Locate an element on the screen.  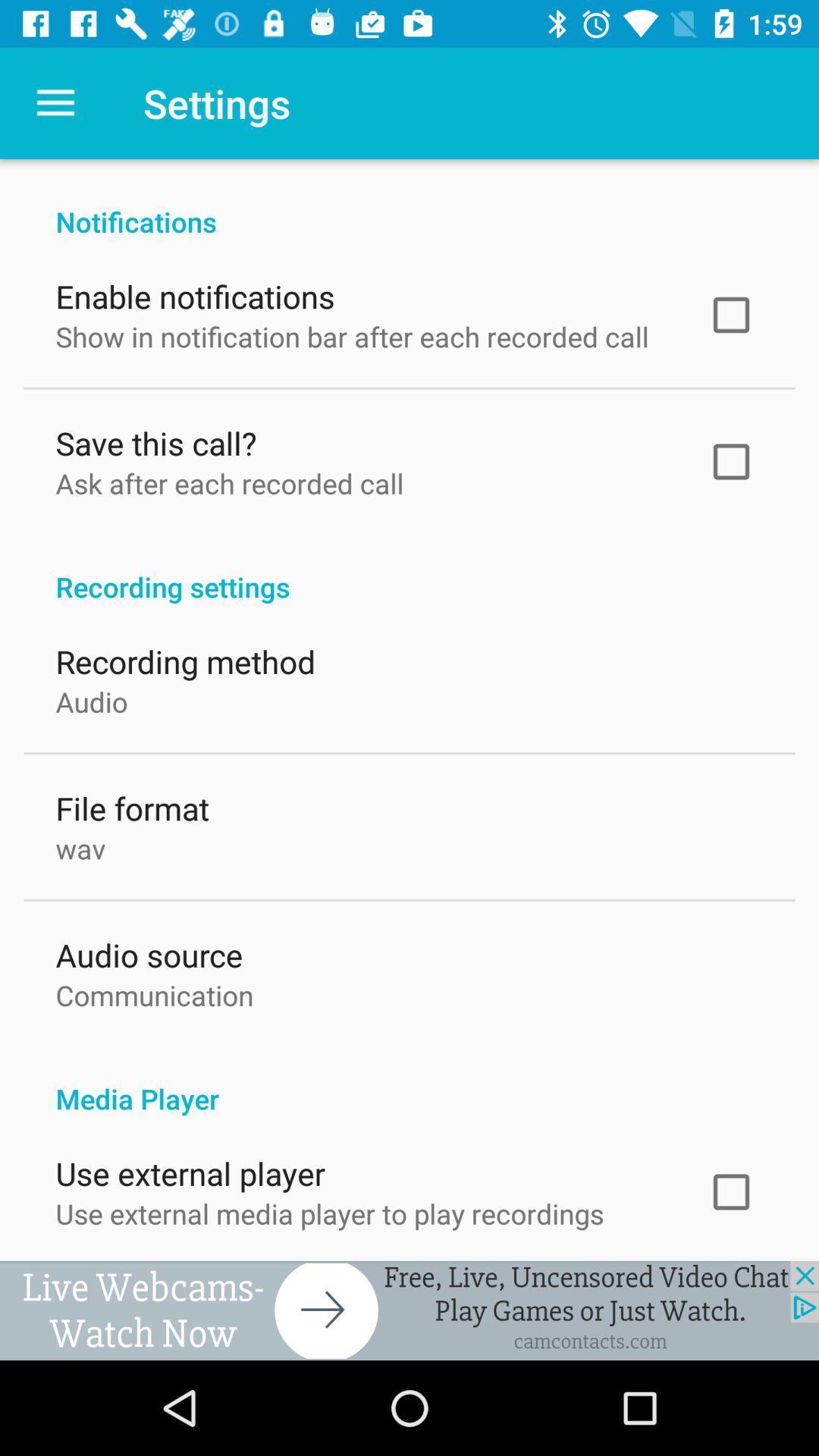
the enable notifications is located at coordinates (194, 293).